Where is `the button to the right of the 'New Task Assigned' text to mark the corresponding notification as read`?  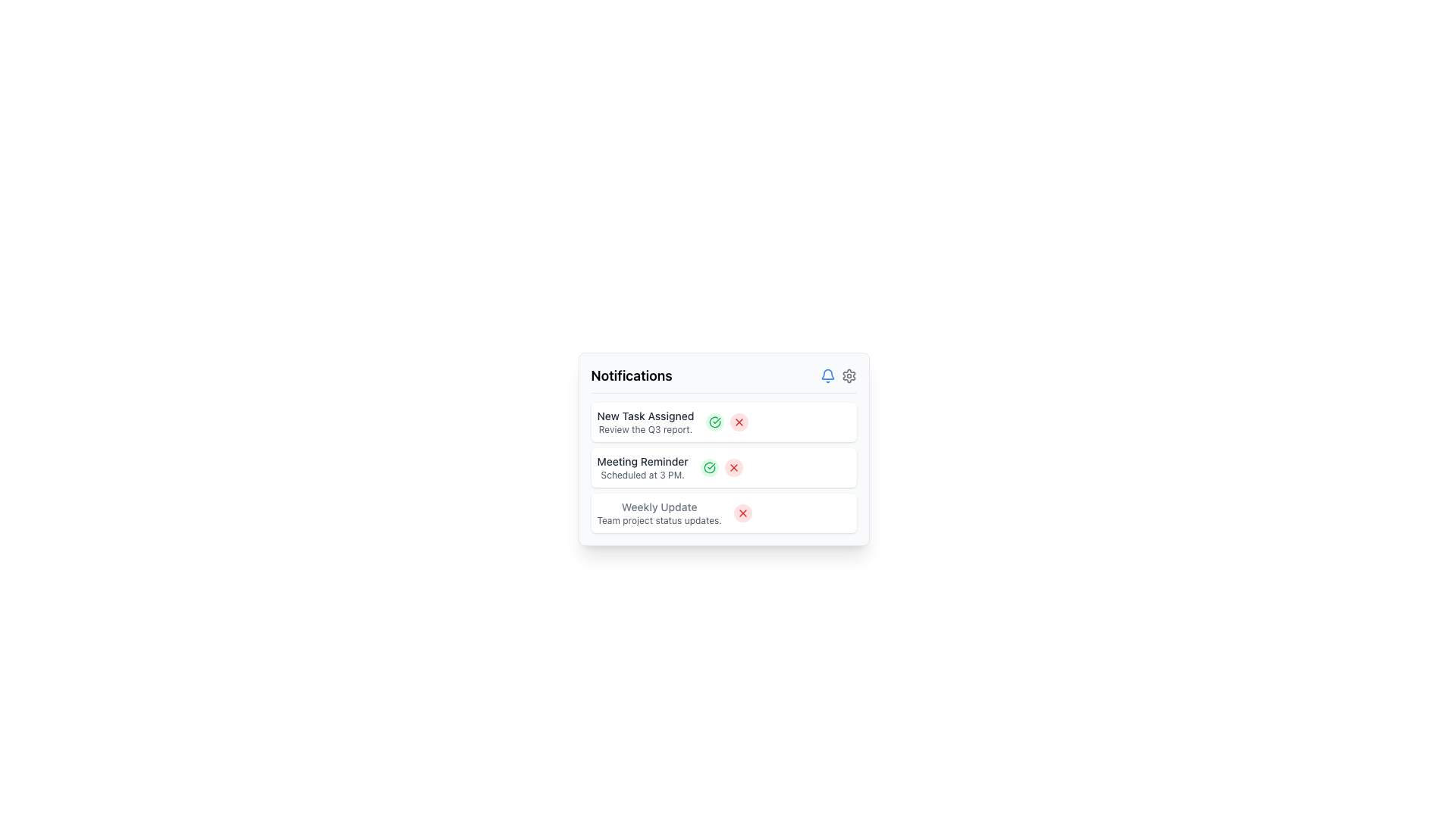
the button to the right of the 'New Task Assigned' text to mark the corresponding notification as read is located at coordinates (714, 422).